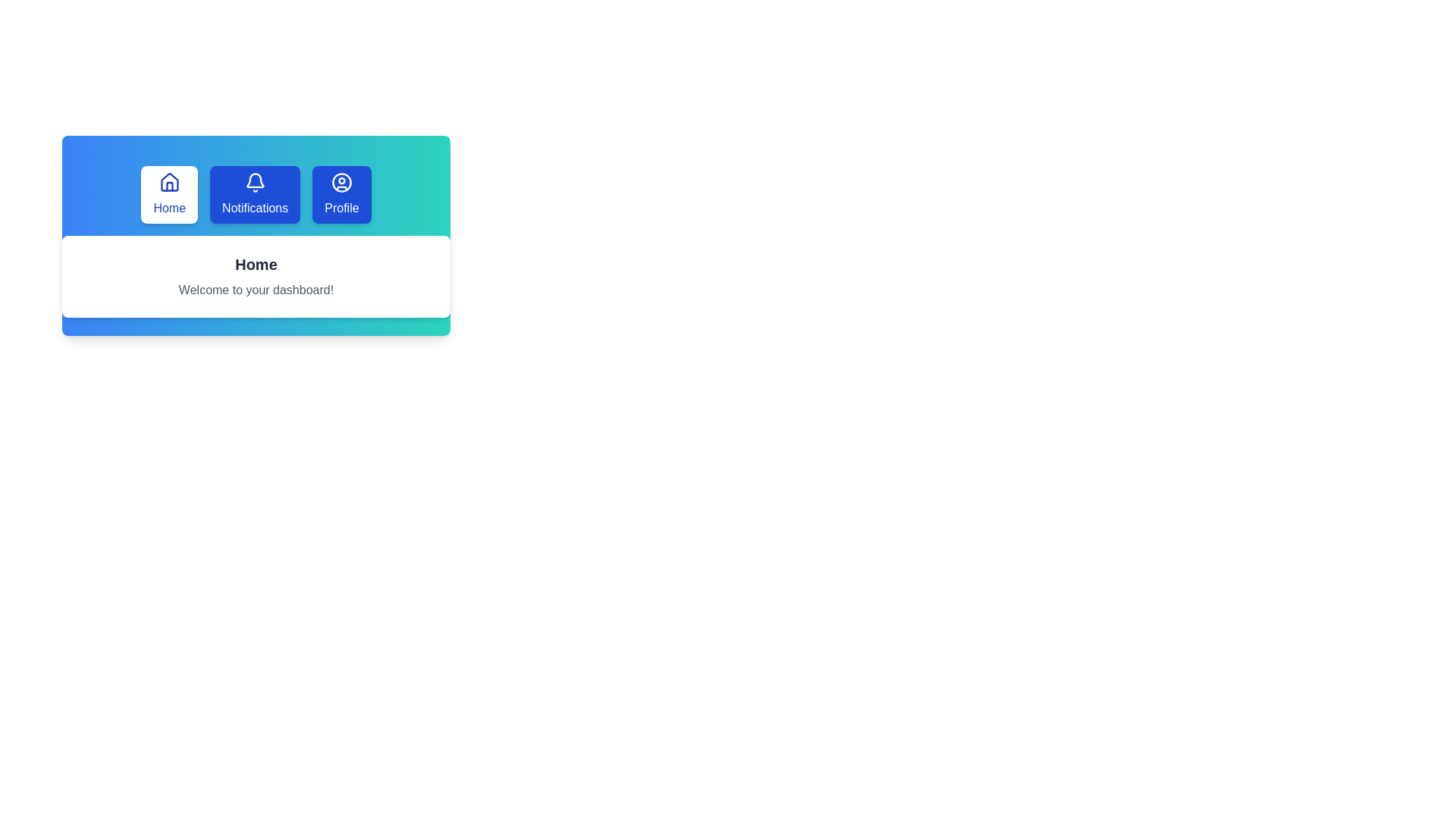 This screenshot has width=1456, height=819. Describe the element at coordinates (340, 194) in the screenshot. I see `the Profile tab by clicking its button` at that location.